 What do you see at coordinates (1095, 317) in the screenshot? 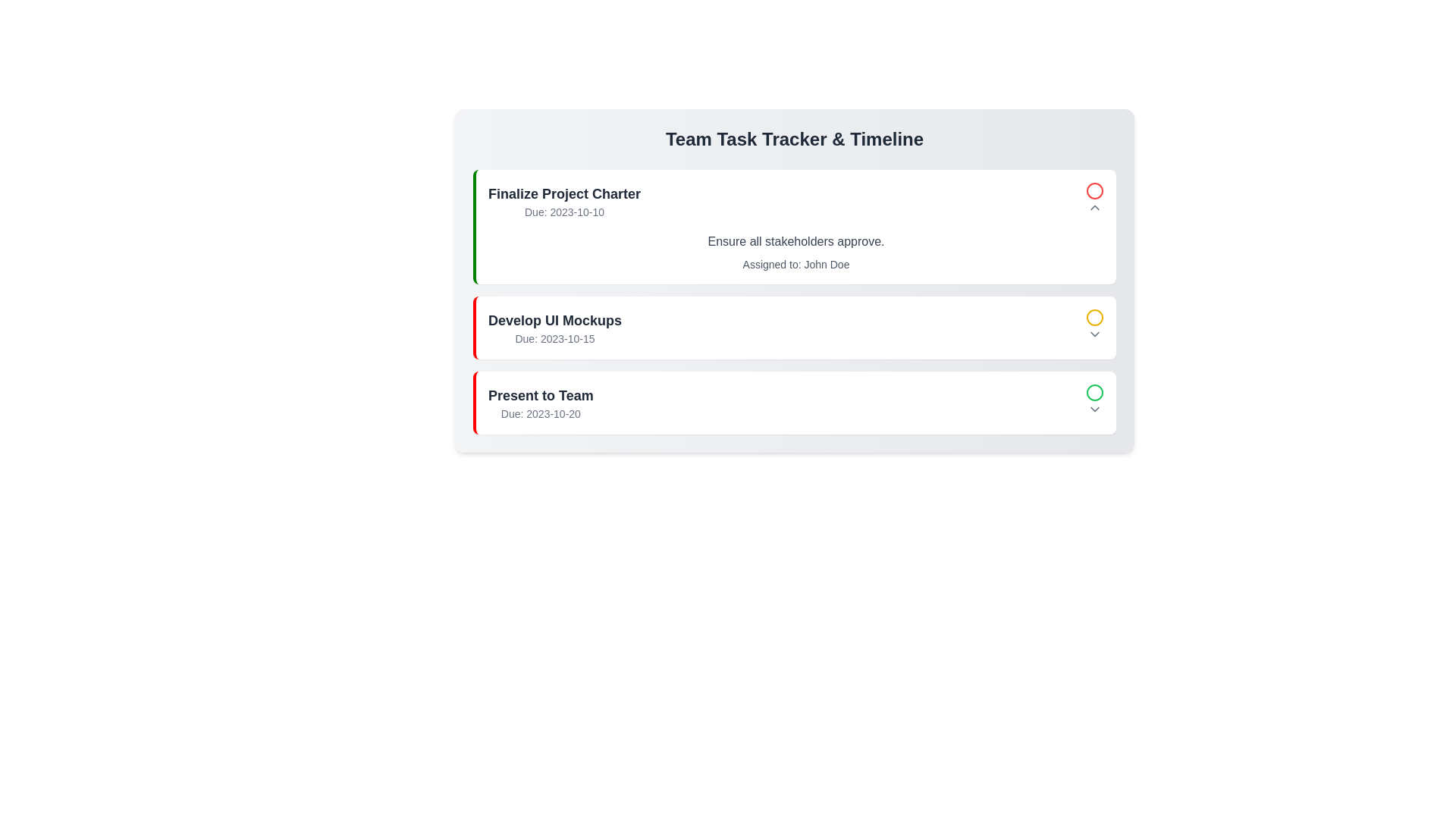
I see `the second circular graphic indicator in the task list, positioned adjacent to the 'Develop UI Mockups' task` at bounding box center [1095, 317].